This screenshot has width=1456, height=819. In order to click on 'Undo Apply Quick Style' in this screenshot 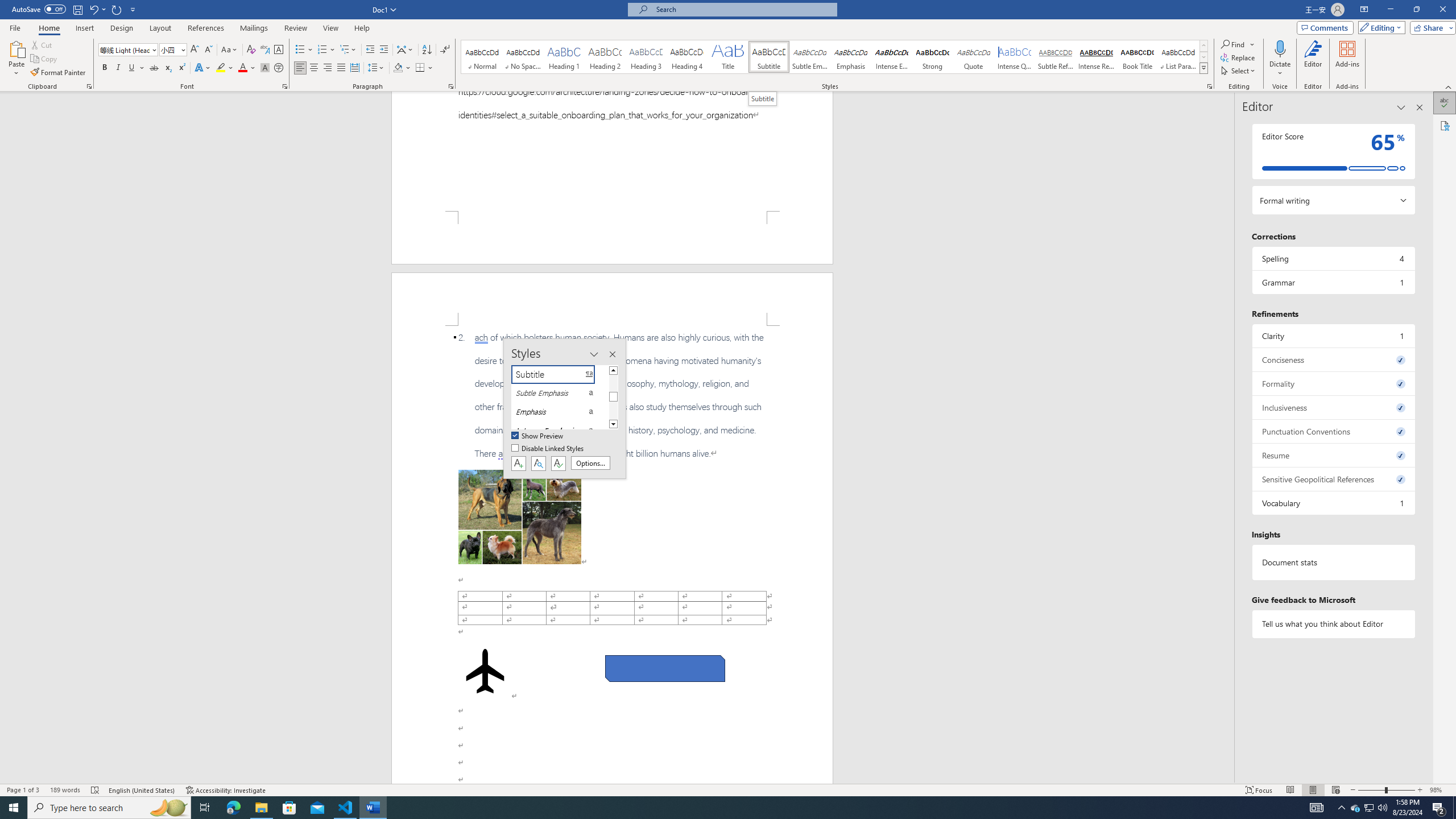, I will do `click(93, 9)`.